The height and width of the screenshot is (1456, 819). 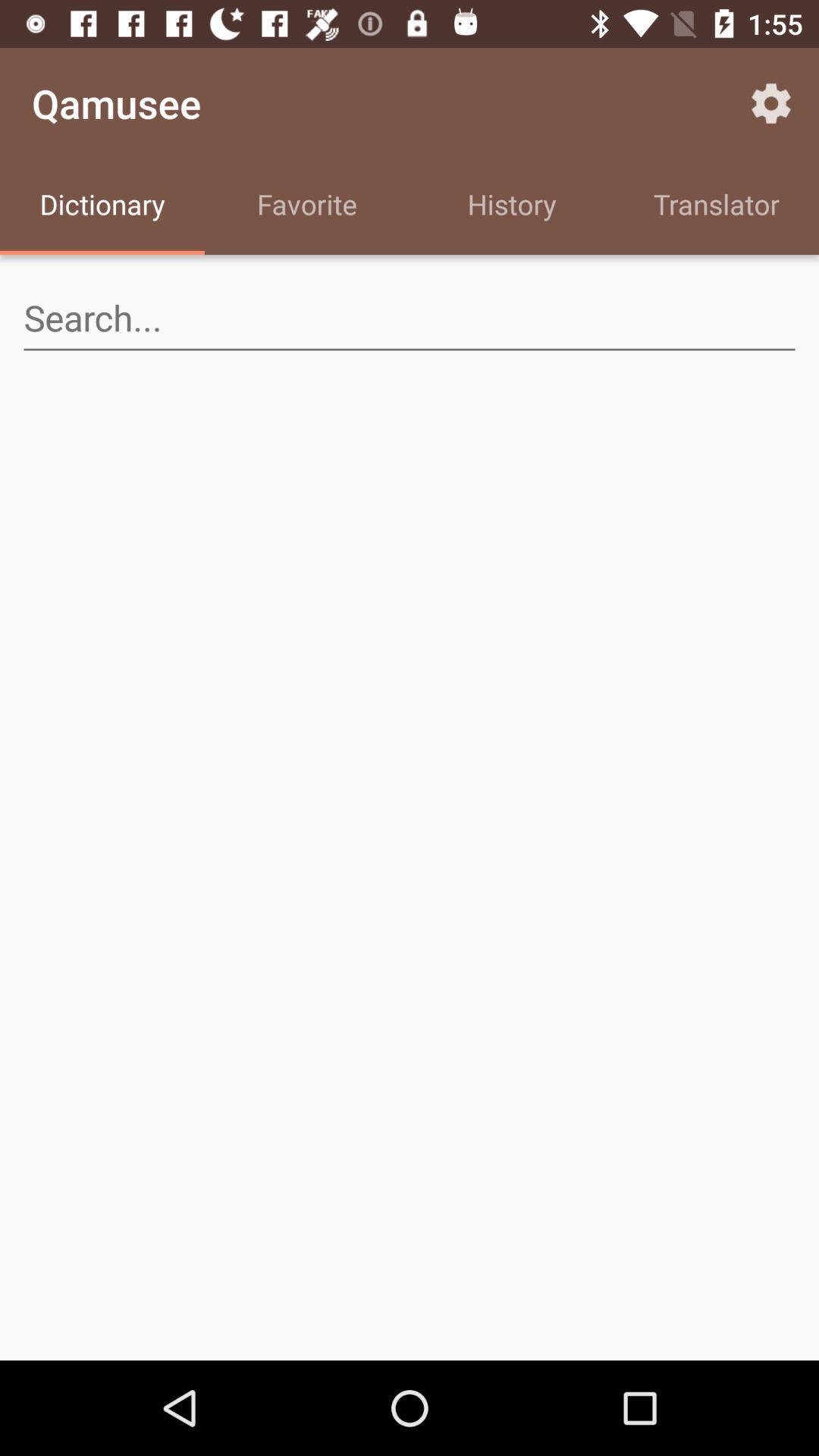 I want to click on the icon to the right of favorite icon, so click(x=512, y=206).